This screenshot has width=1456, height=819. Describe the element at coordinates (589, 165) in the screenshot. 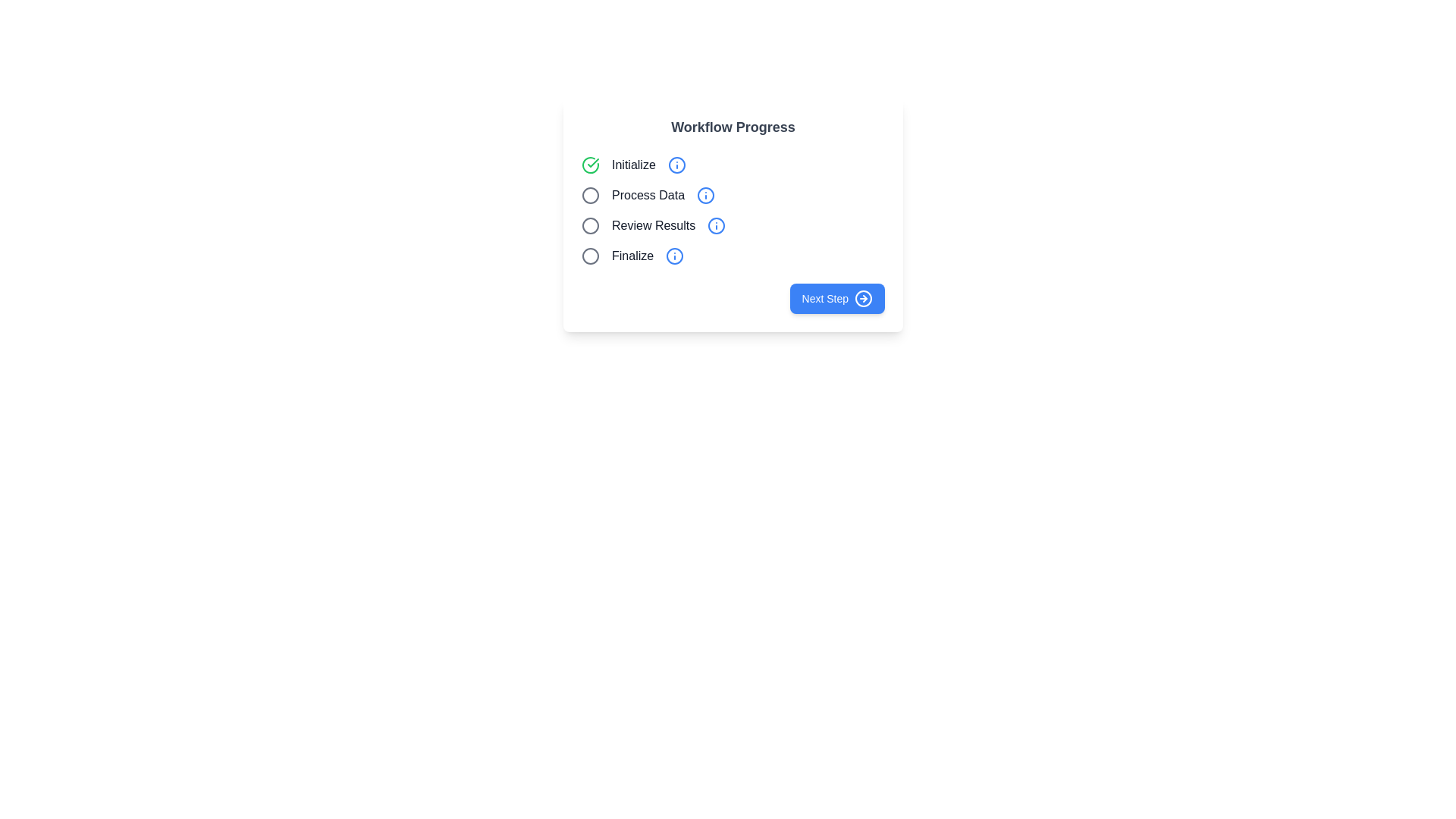

I see `the Circular success indicator with a checkmark, which represents the completion state of the 'Initialize' step in the workflow progress, located to the left of the 'Initialize' text` at that location.